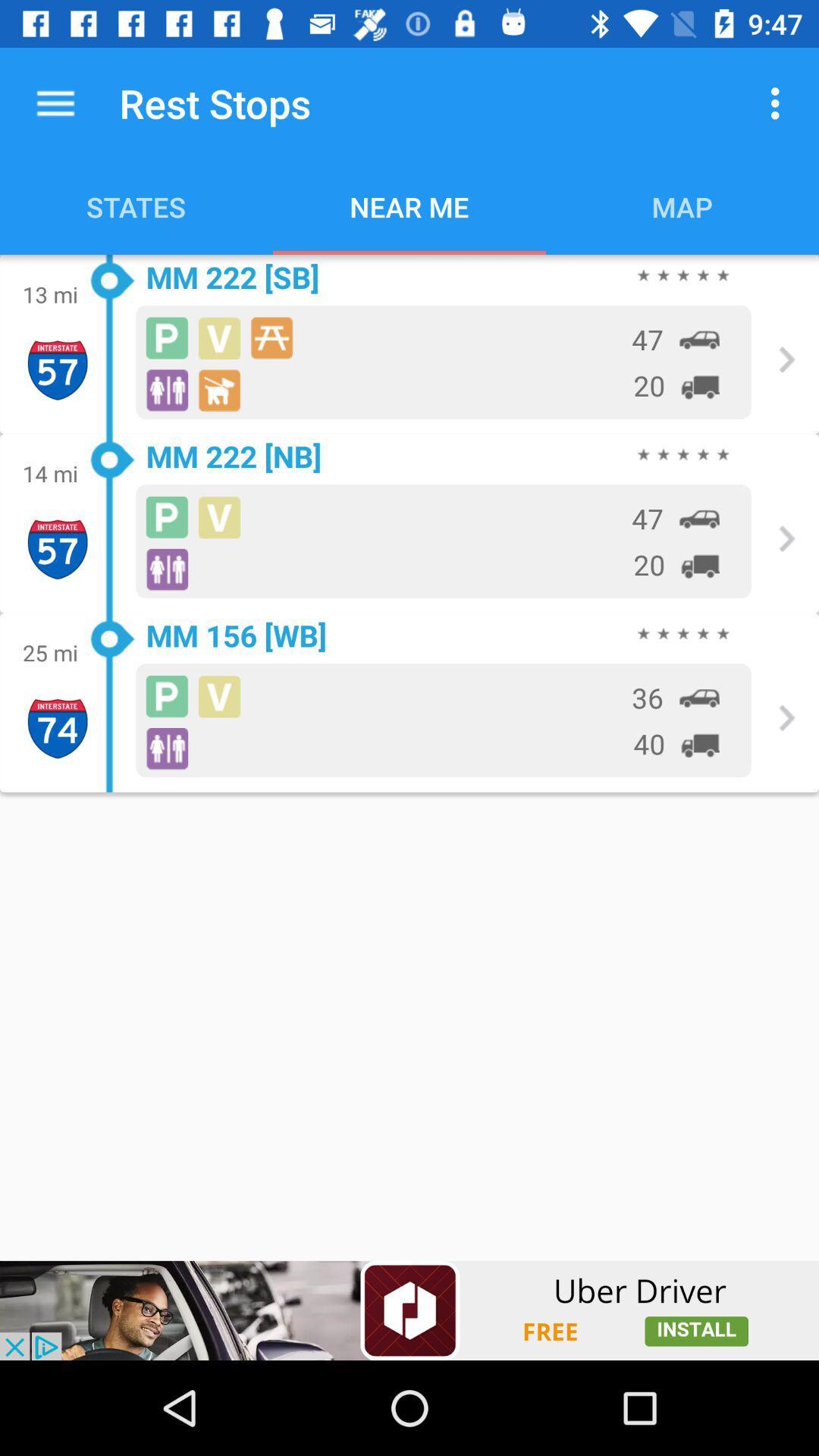  What do you see at coordinates (409, 1310) in the screenshot?
I see `launch advertisement` at bounding box center [409, 1310].